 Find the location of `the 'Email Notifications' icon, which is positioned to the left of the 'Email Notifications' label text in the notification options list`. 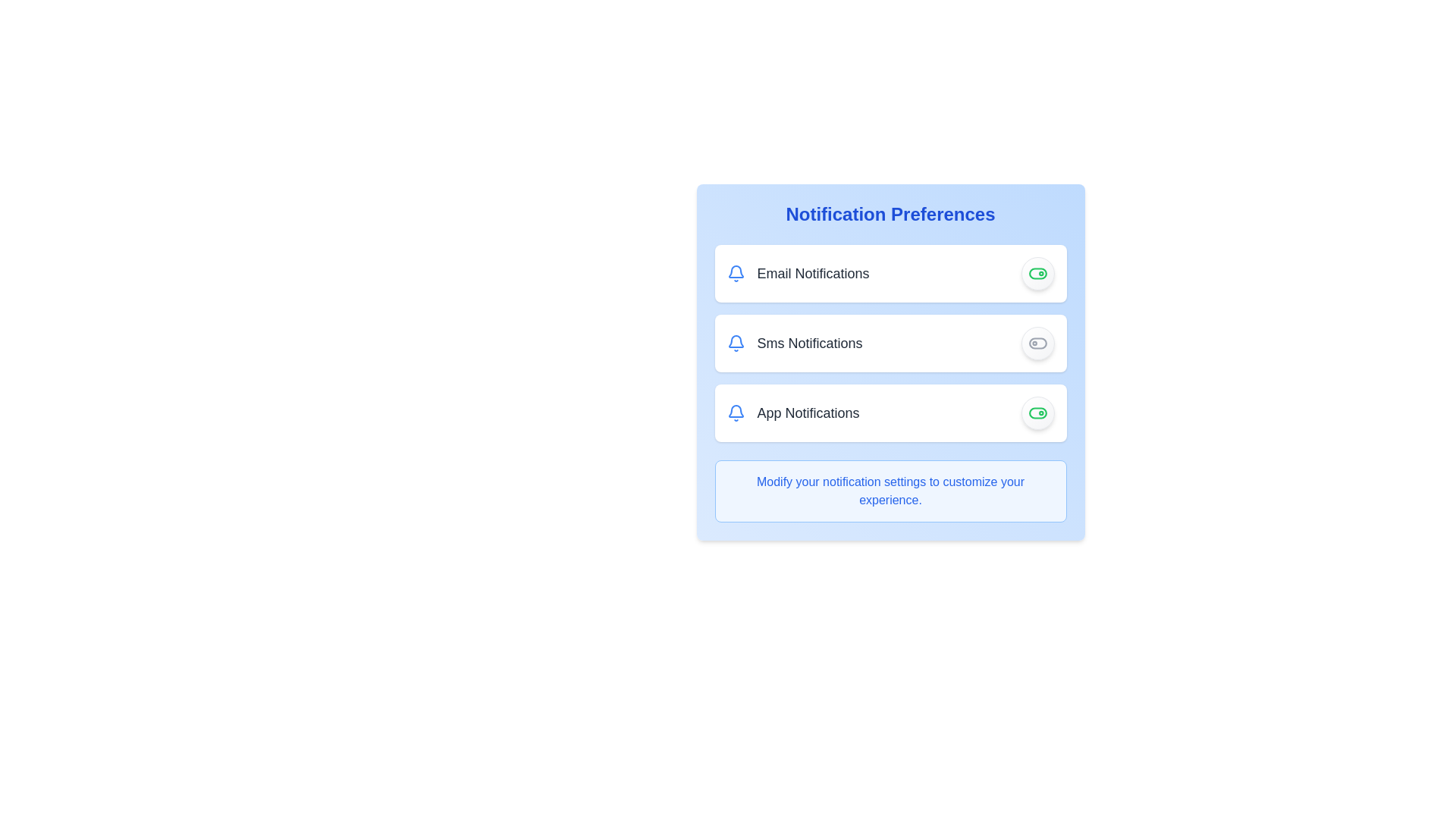

the 'Email Notifications' icon, which is positioned to the left of the 'Email Notifications' label text in the notification options list is located at coordinates (736, 274).